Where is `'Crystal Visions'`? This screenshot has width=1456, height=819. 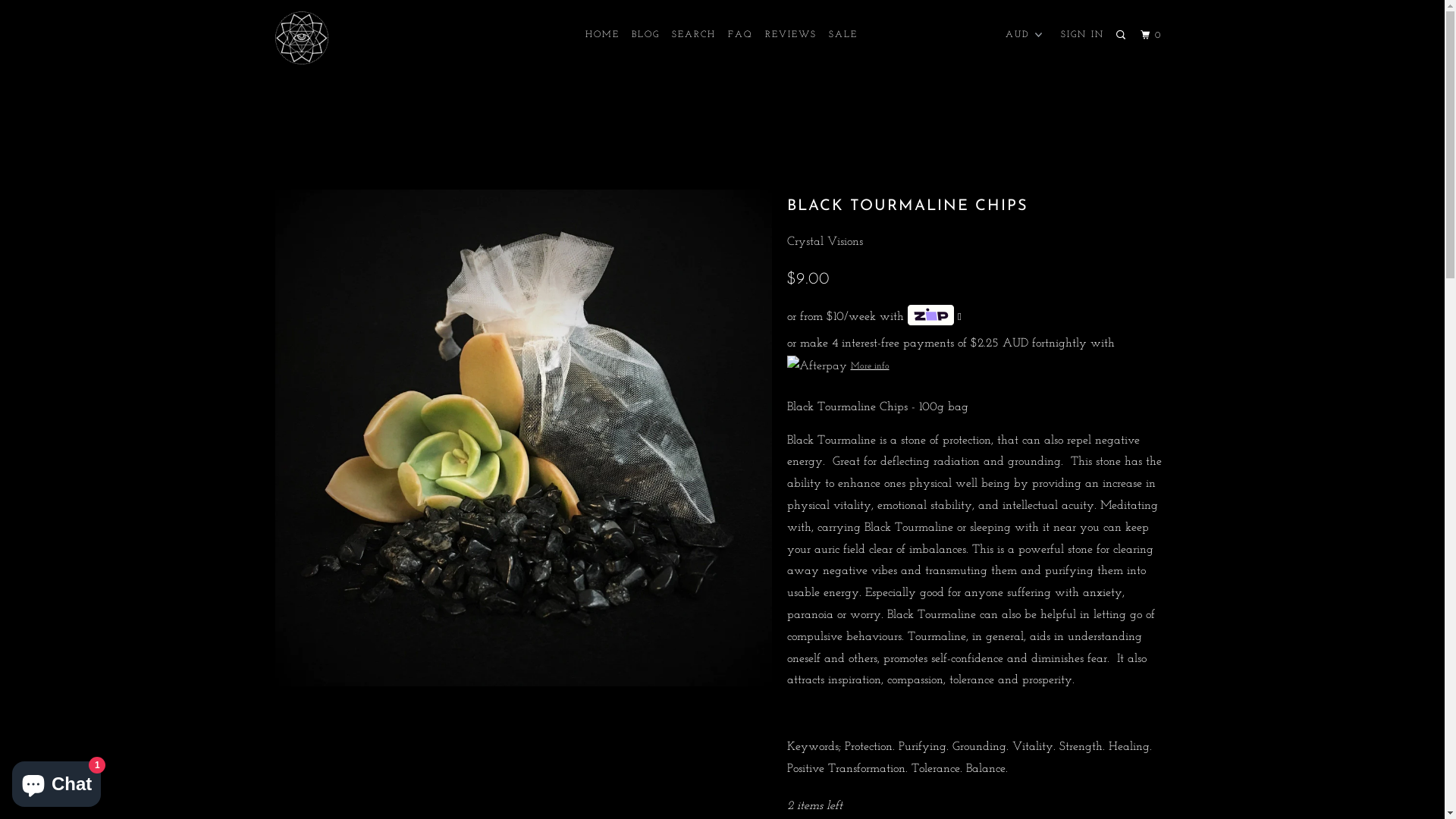 'Crystal Visions' is located at coordinates (824, 241).